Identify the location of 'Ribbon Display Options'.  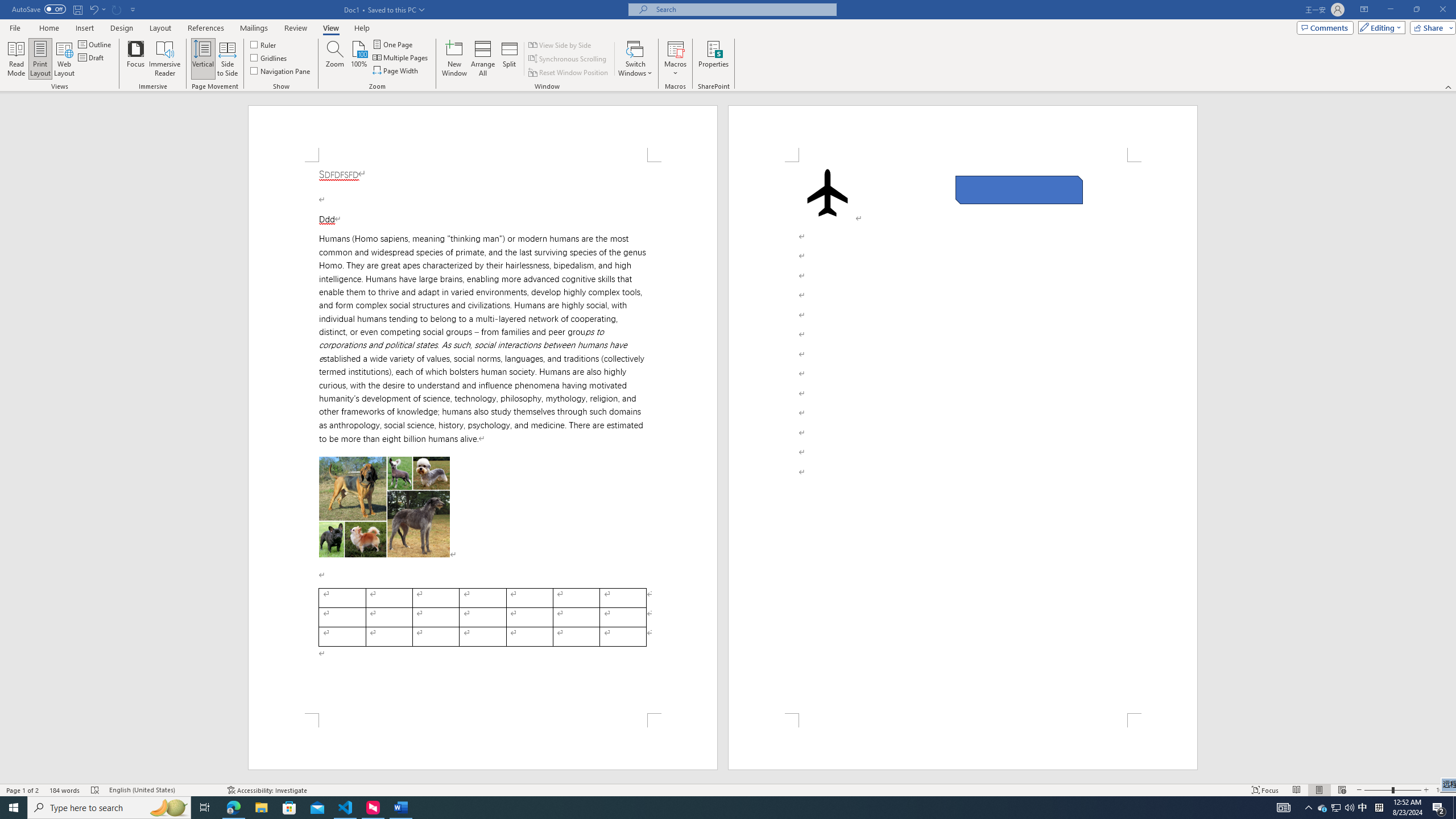
(1363, 9).